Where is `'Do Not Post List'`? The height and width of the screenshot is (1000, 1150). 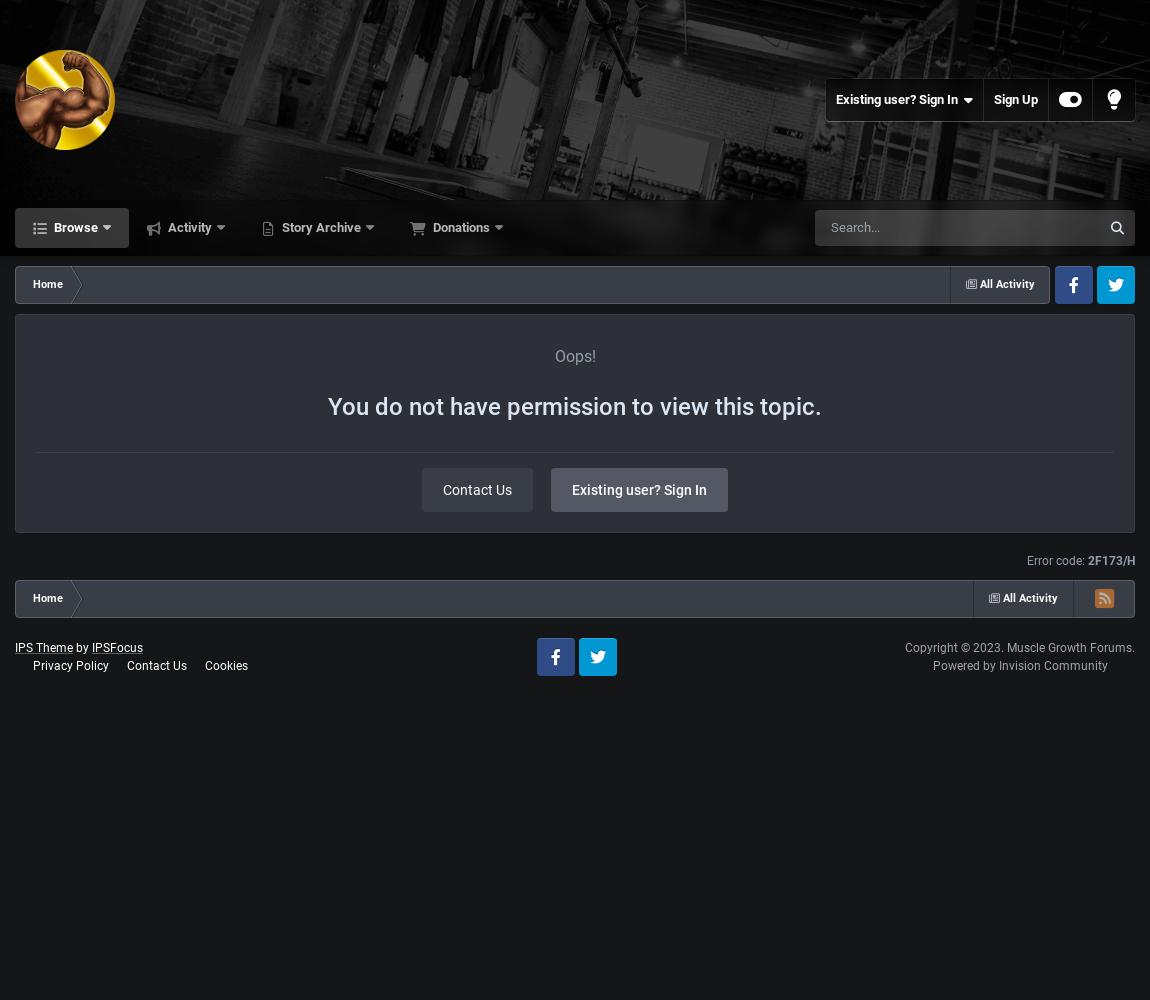
'Do Not Post List' is located at coordinates (104, 533).